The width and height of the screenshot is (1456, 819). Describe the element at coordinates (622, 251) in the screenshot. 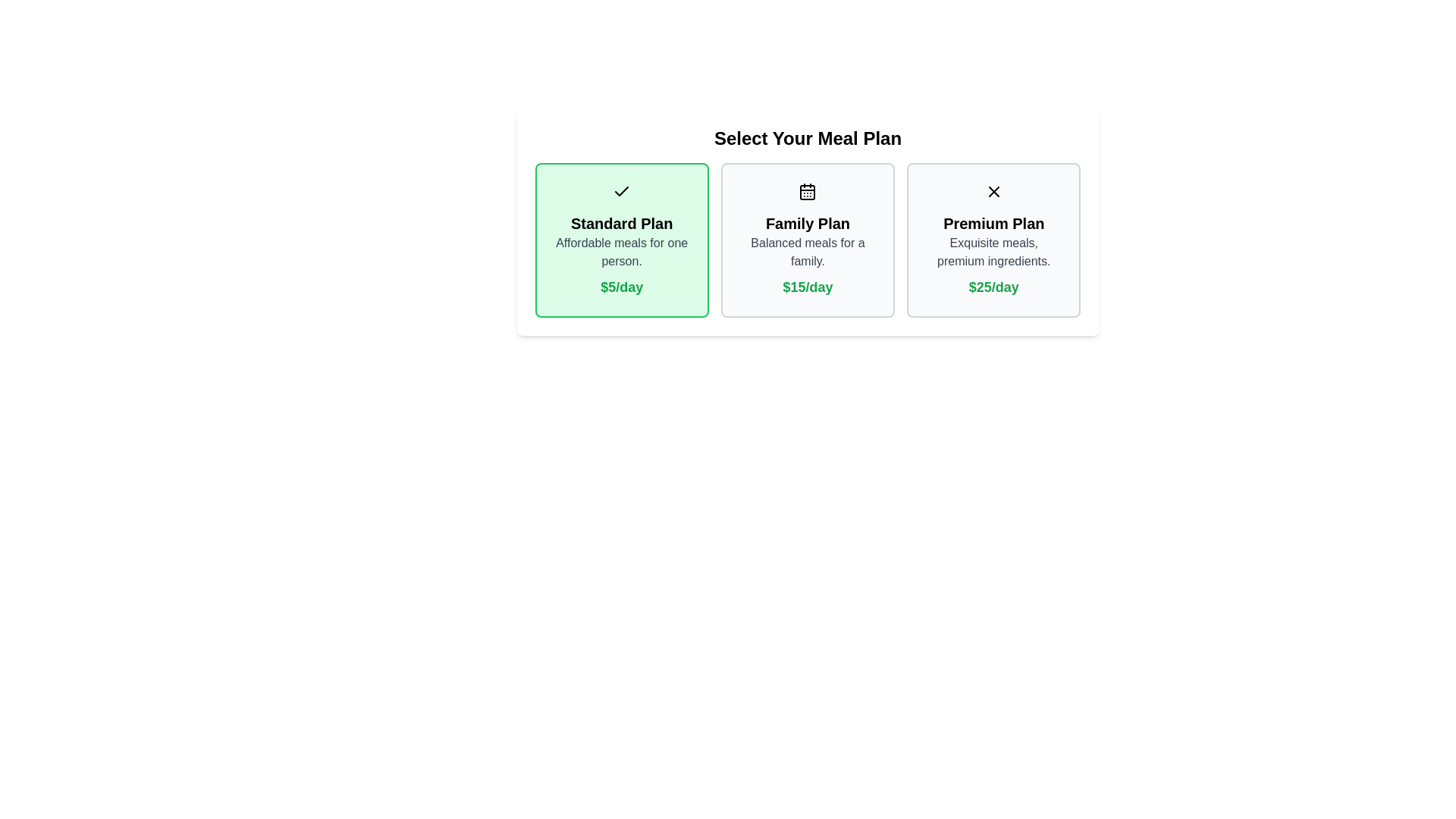

I see `text 'Affordable meals for one person' which is styled in gray and located within the green-highlighted 'Standard Plan' card, positioned below the title 'Standard Plan'` at that location.